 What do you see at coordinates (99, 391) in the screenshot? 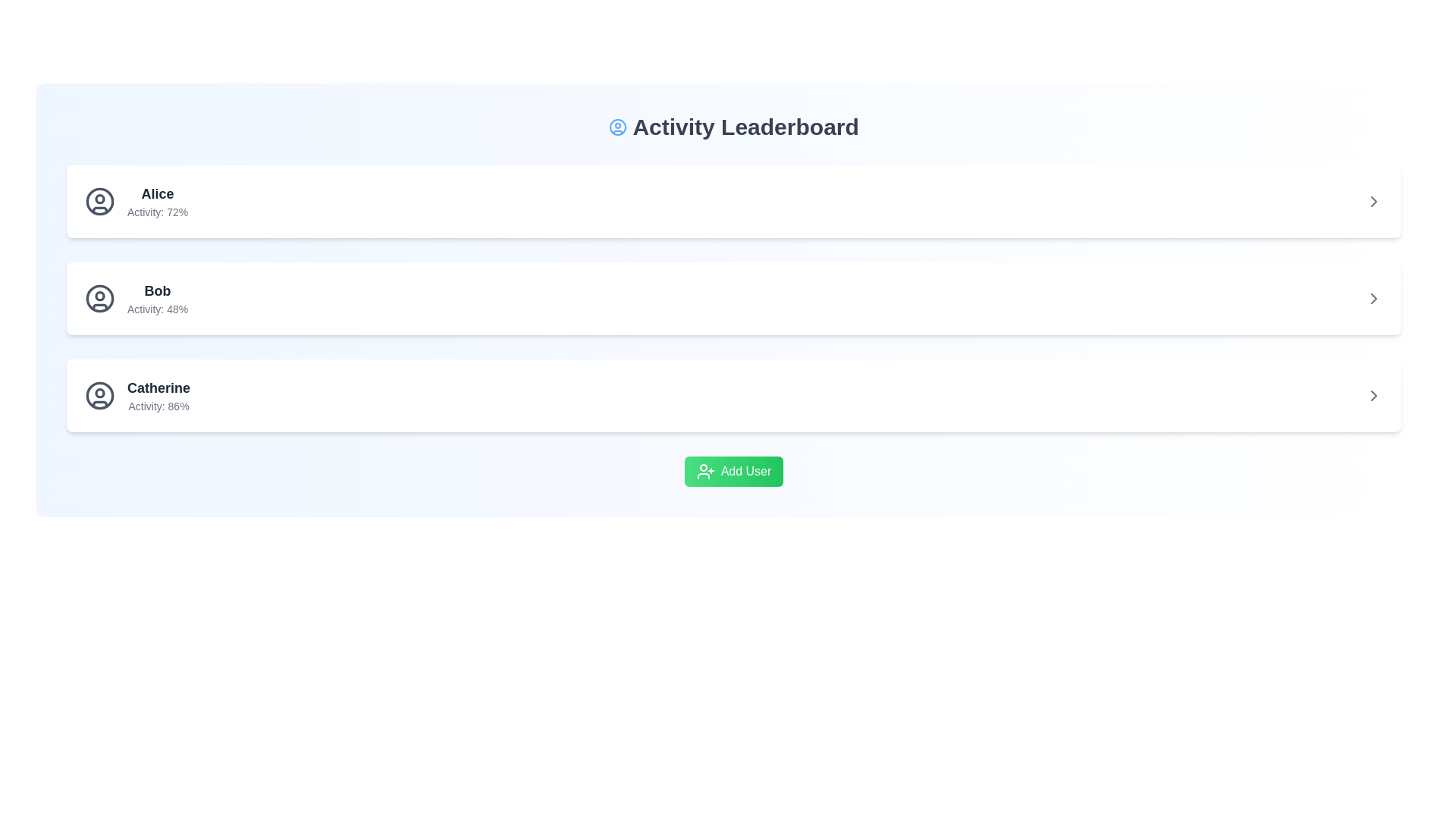
I see `the small circular shape representing the user silhouette in the profile icon, located to the left of the label 'Catherine' in the leaderboard` at bounding box center [99, 391].